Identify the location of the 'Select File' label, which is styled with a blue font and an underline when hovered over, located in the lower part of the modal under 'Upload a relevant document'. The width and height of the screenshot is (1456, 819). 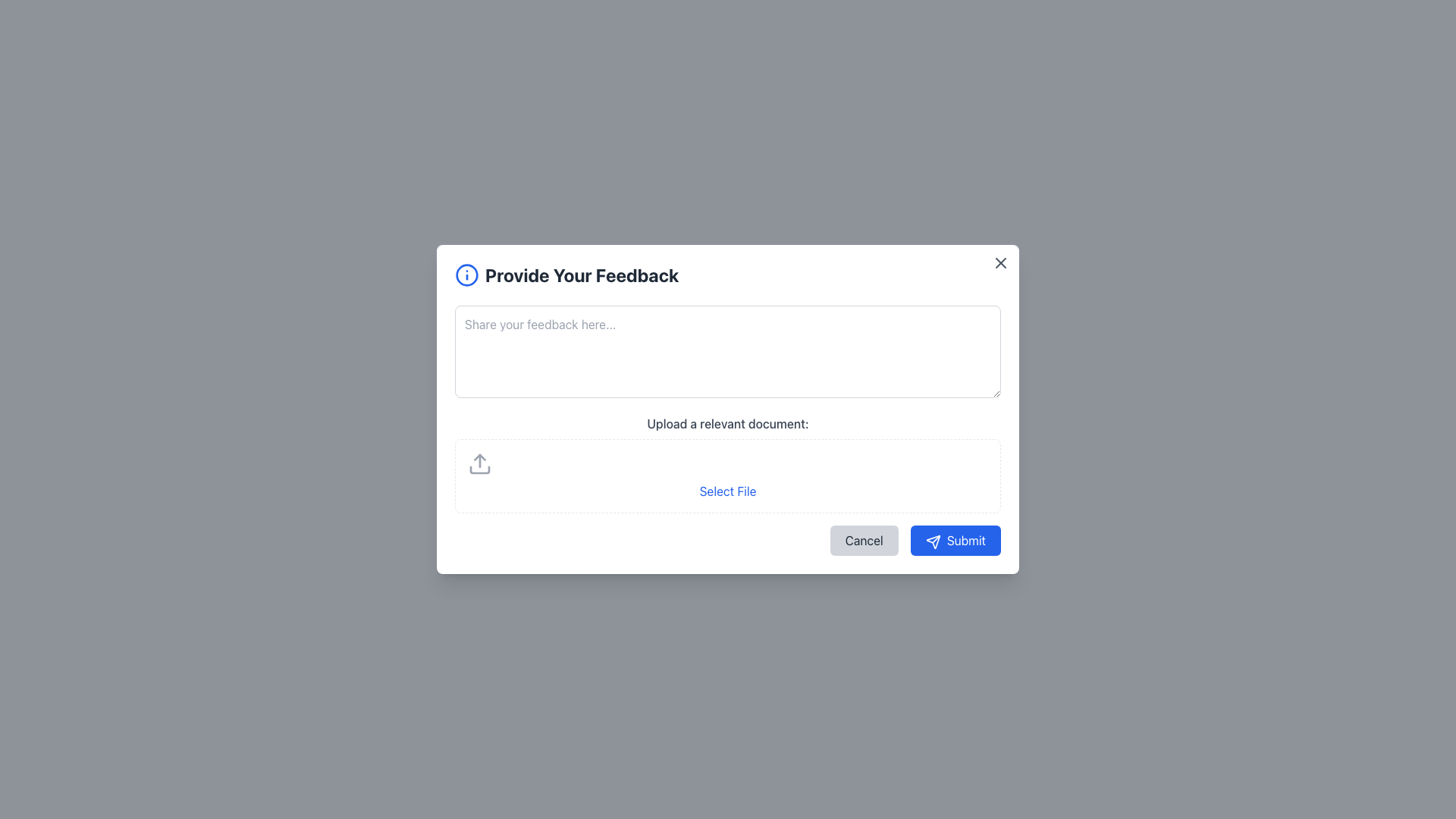
(728, 491).